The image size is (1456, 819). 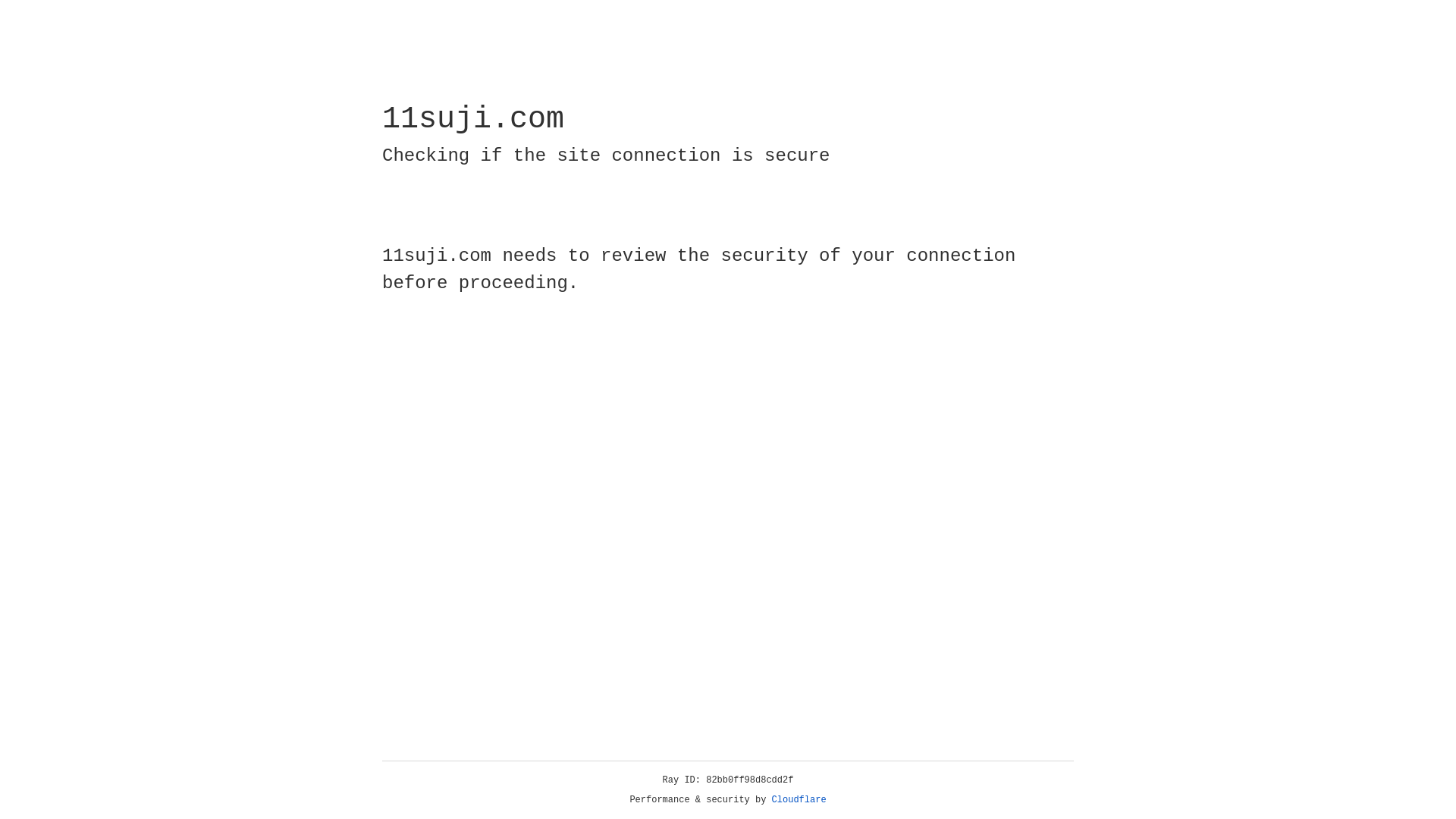 What do you see at coordinates (771, 799) in the screenshot?
I see `'Cloudflare'` at bounding box center [771, 799].